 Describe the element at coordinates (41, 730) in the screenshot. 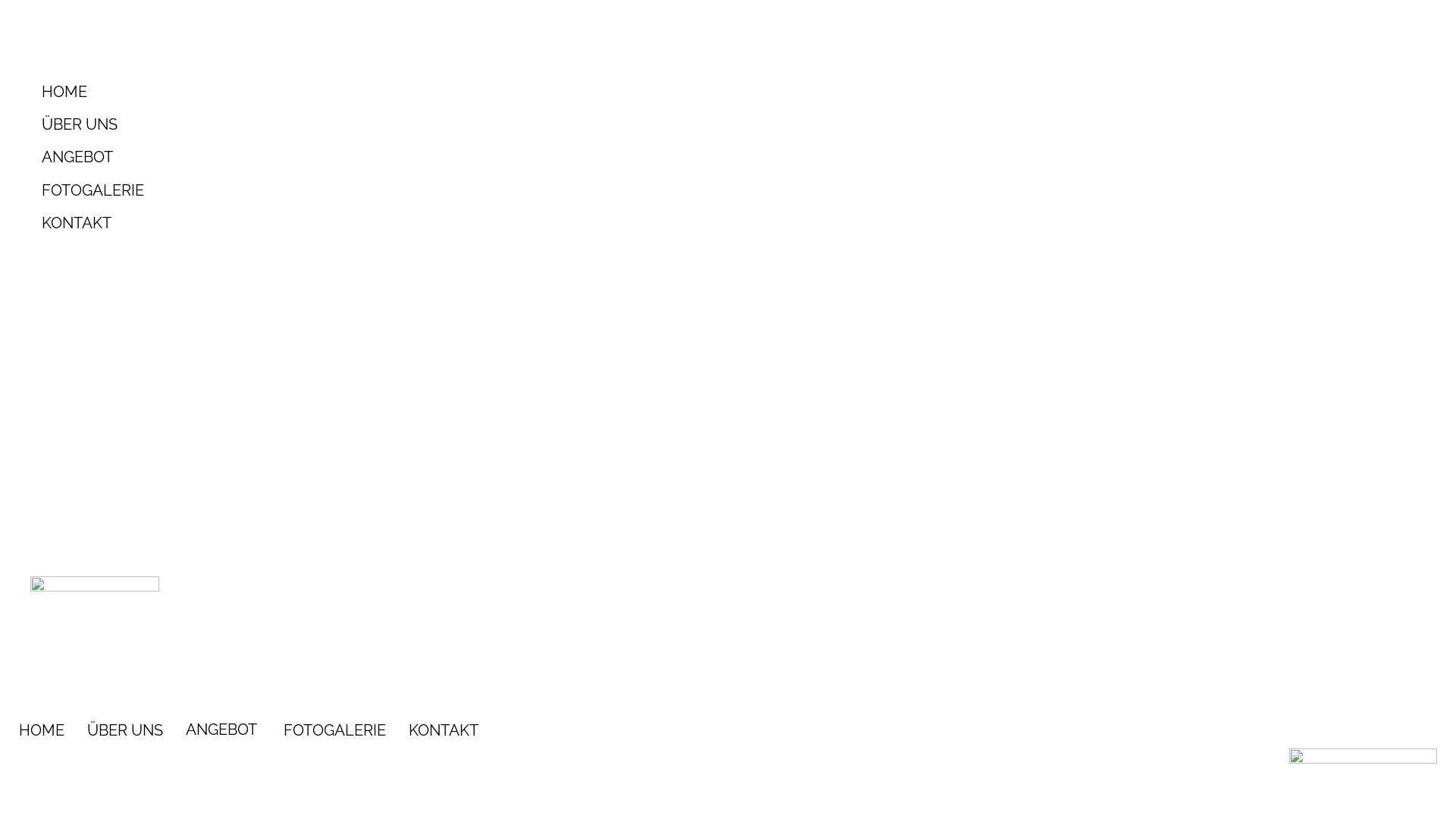

I see `'HOME'` at that location.